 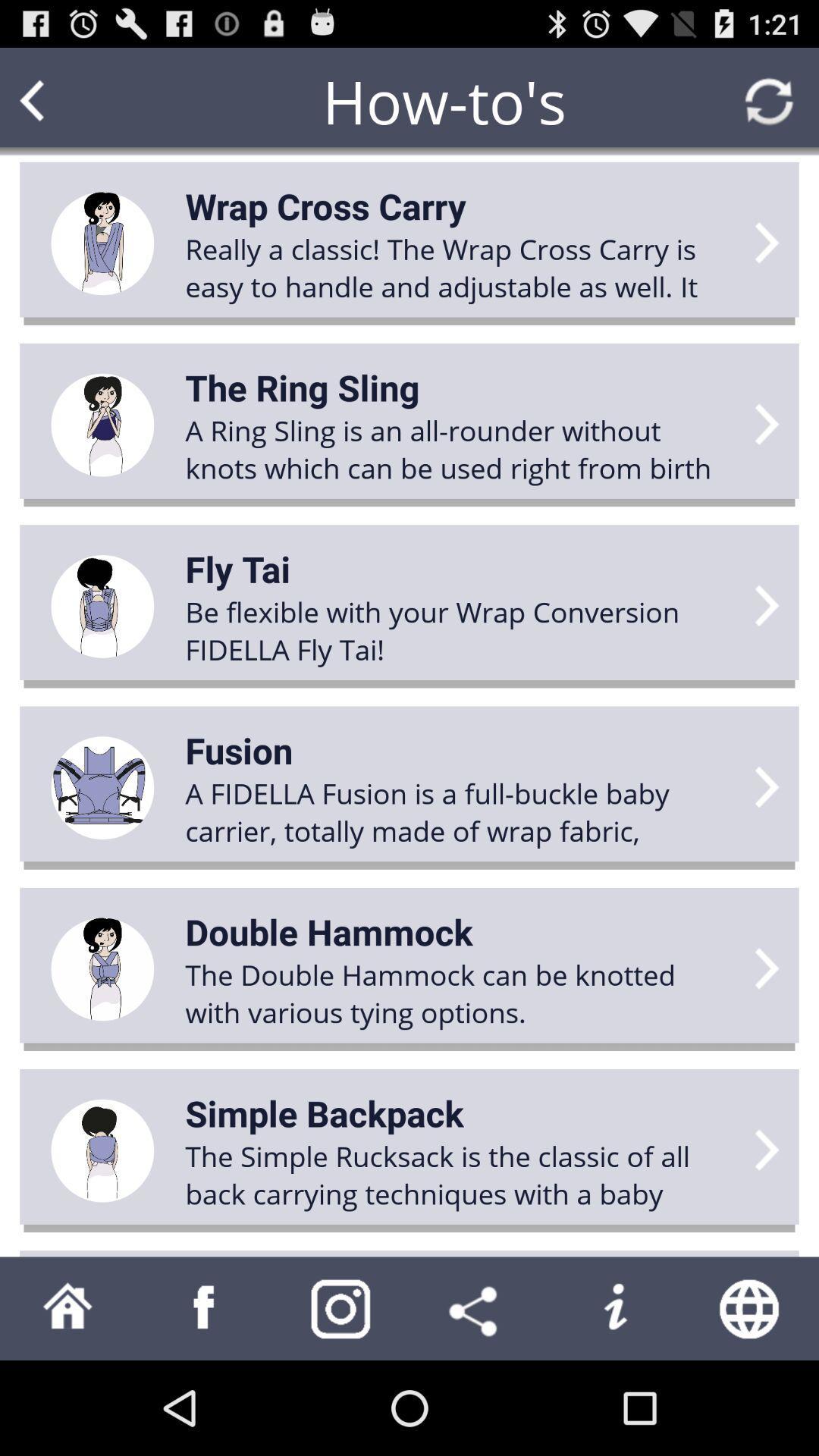 I want to click on the info icon, so click(x=614, y=1400).